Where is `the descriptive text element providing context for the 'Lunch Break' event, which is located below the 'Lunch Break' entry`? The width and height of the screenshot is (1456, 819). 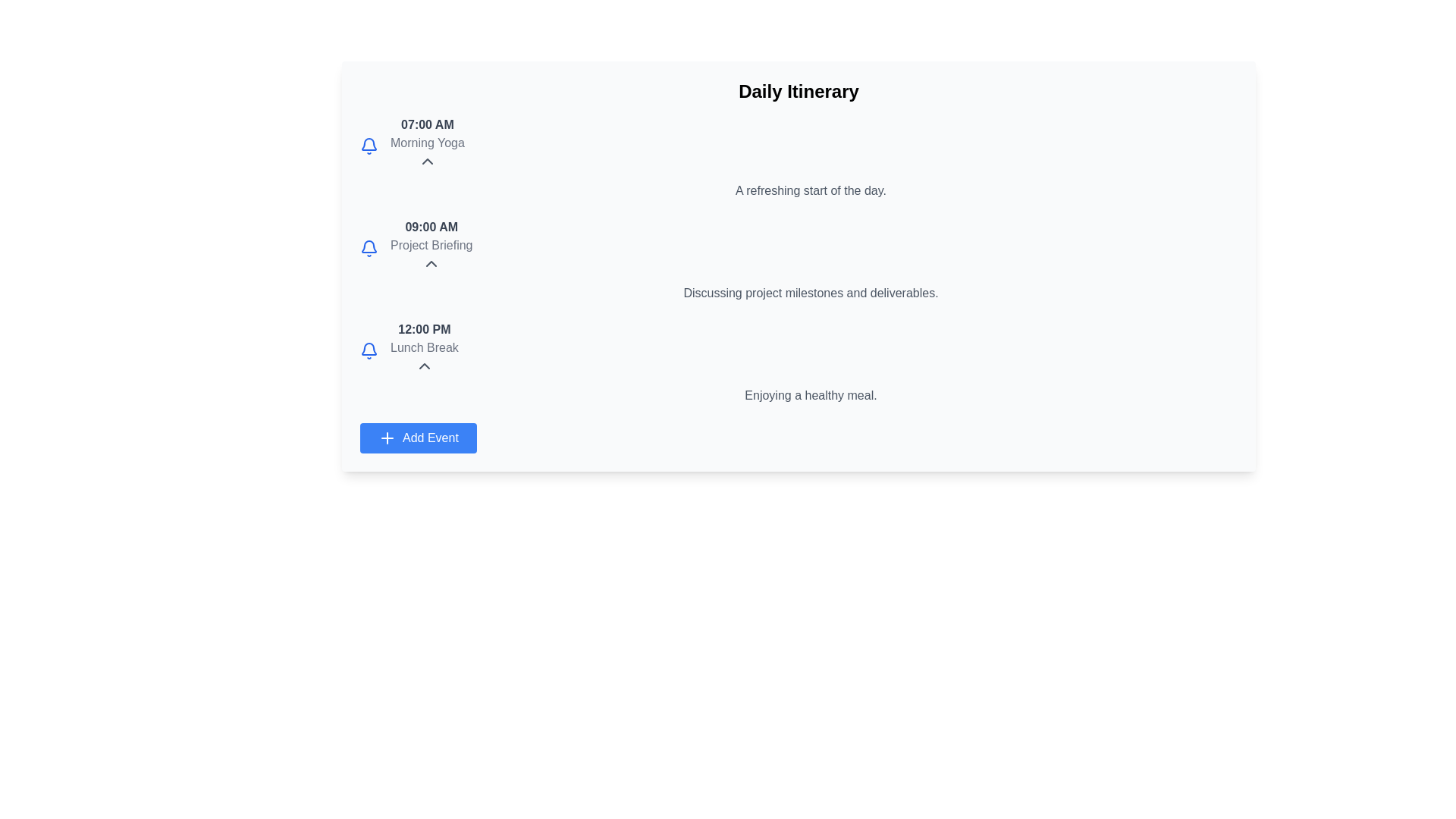
the descriptive text element providing context for the 'Lunch Break' event, which is located below the 'Lunch Break' entry is located at coordinates (798, 394).